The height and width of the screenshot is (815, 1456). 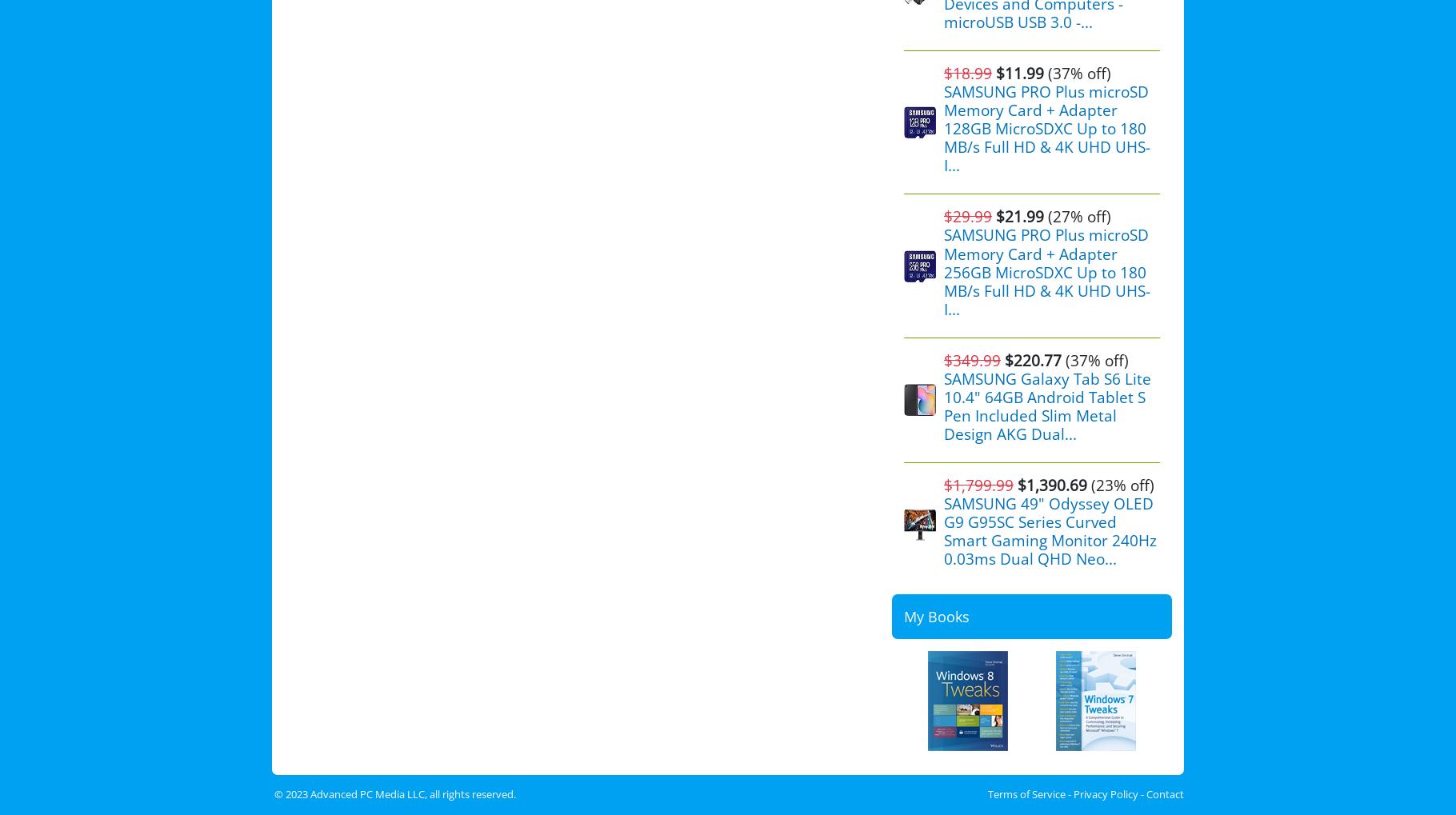 What do you see at coordinates (967, 216) in the screenshot?
I see `'$29.99'` at bounding box center [967, 216].